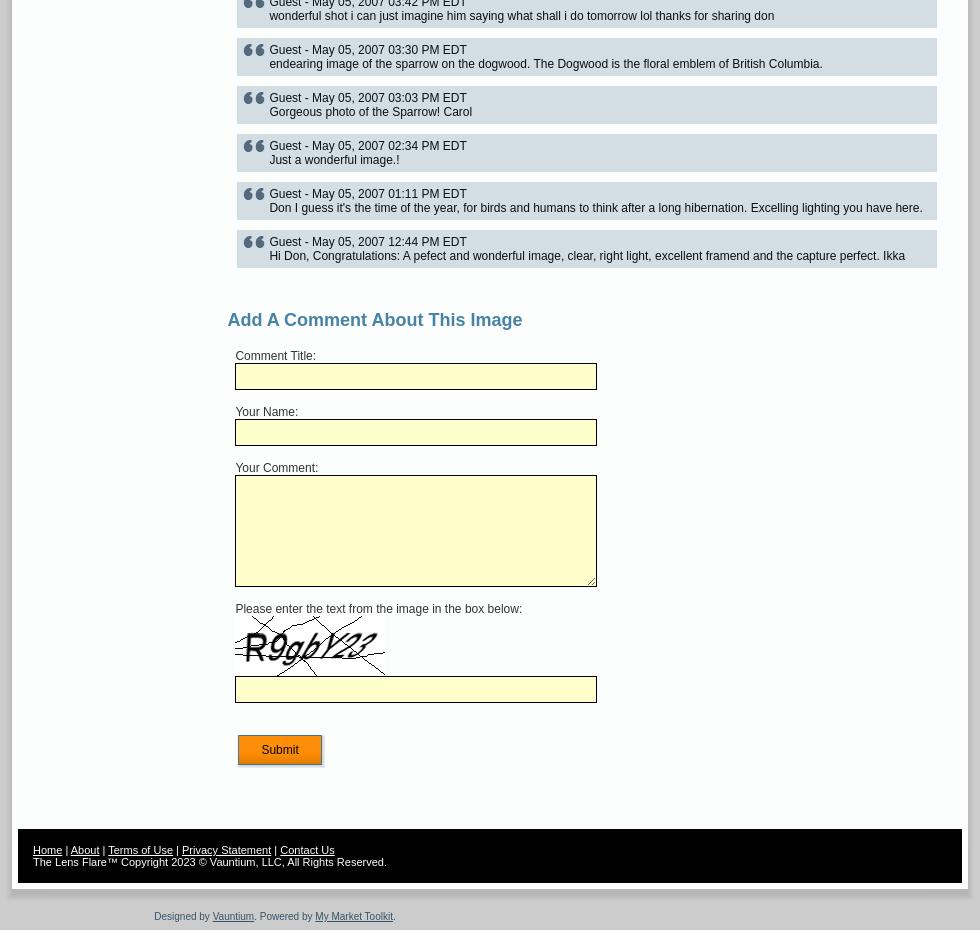  I want to click on 'Please enter the text from the image in the box below:', so click(378, 608).